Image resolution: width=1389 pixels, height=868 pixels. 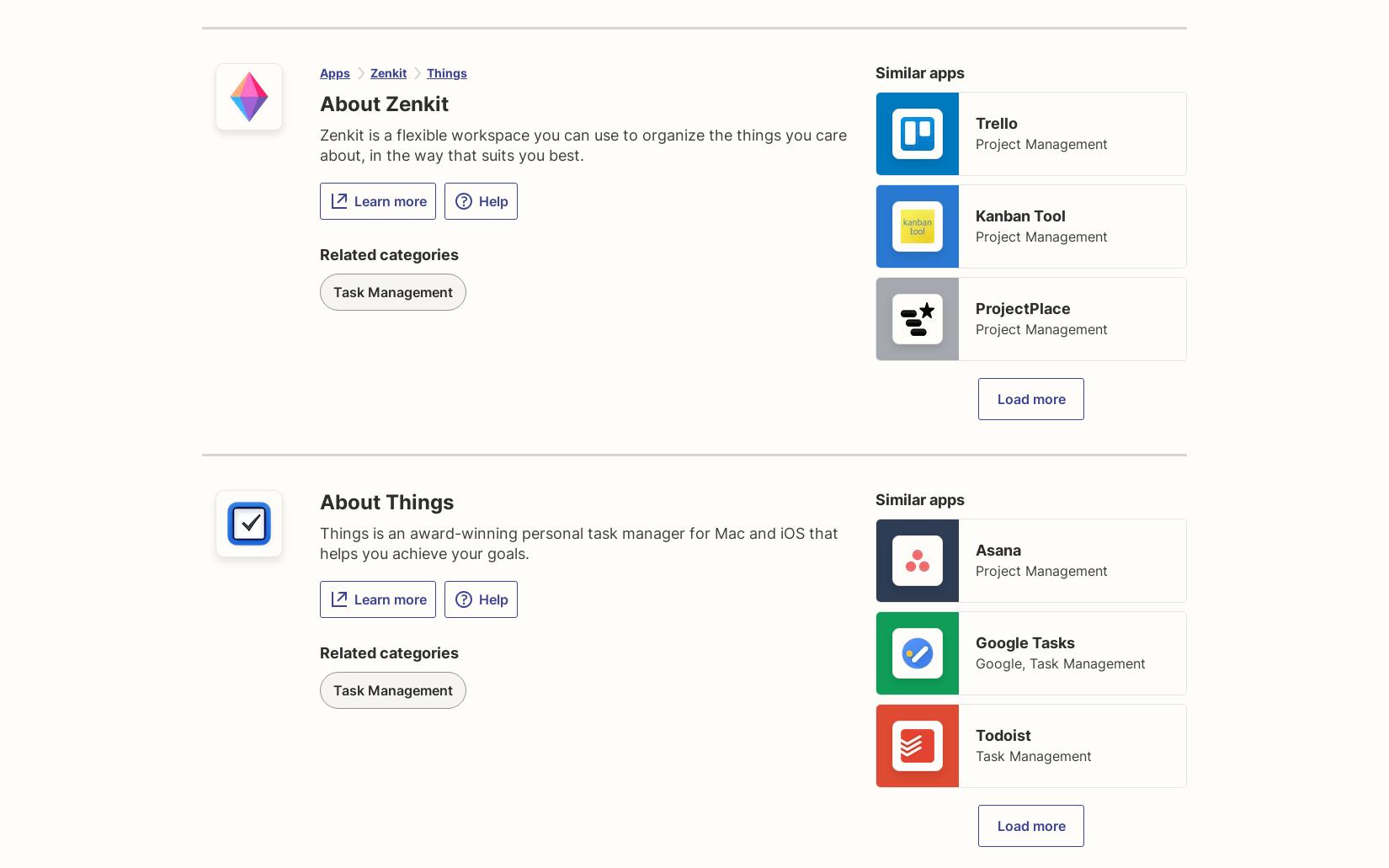 I want to click on 'Todoist', so click(x=1003, y=735).